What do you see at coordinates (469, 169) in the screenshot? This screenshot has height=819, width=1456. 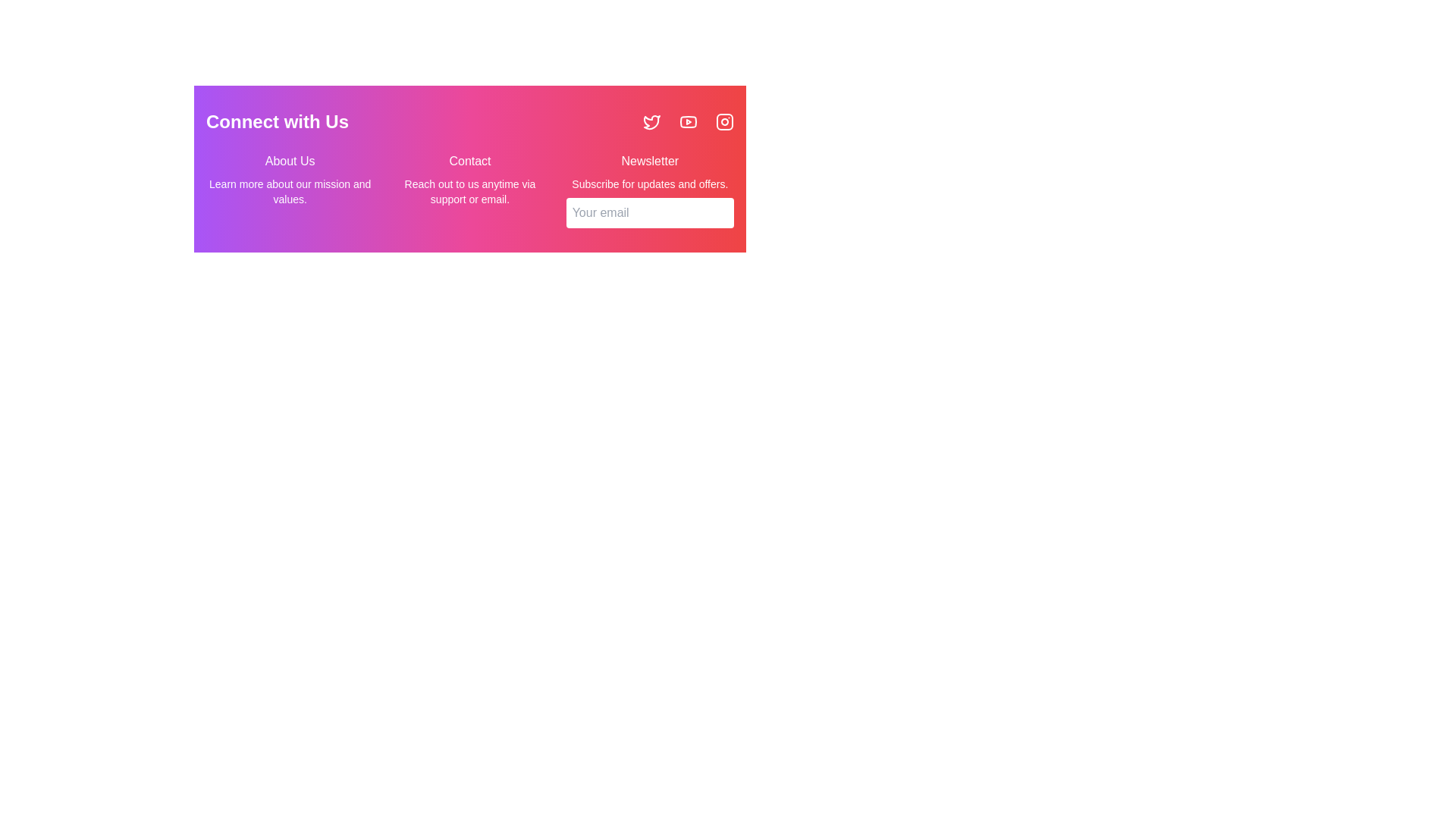 I see `the informational block titled 'Contact'` at bounding box center [469, 169].